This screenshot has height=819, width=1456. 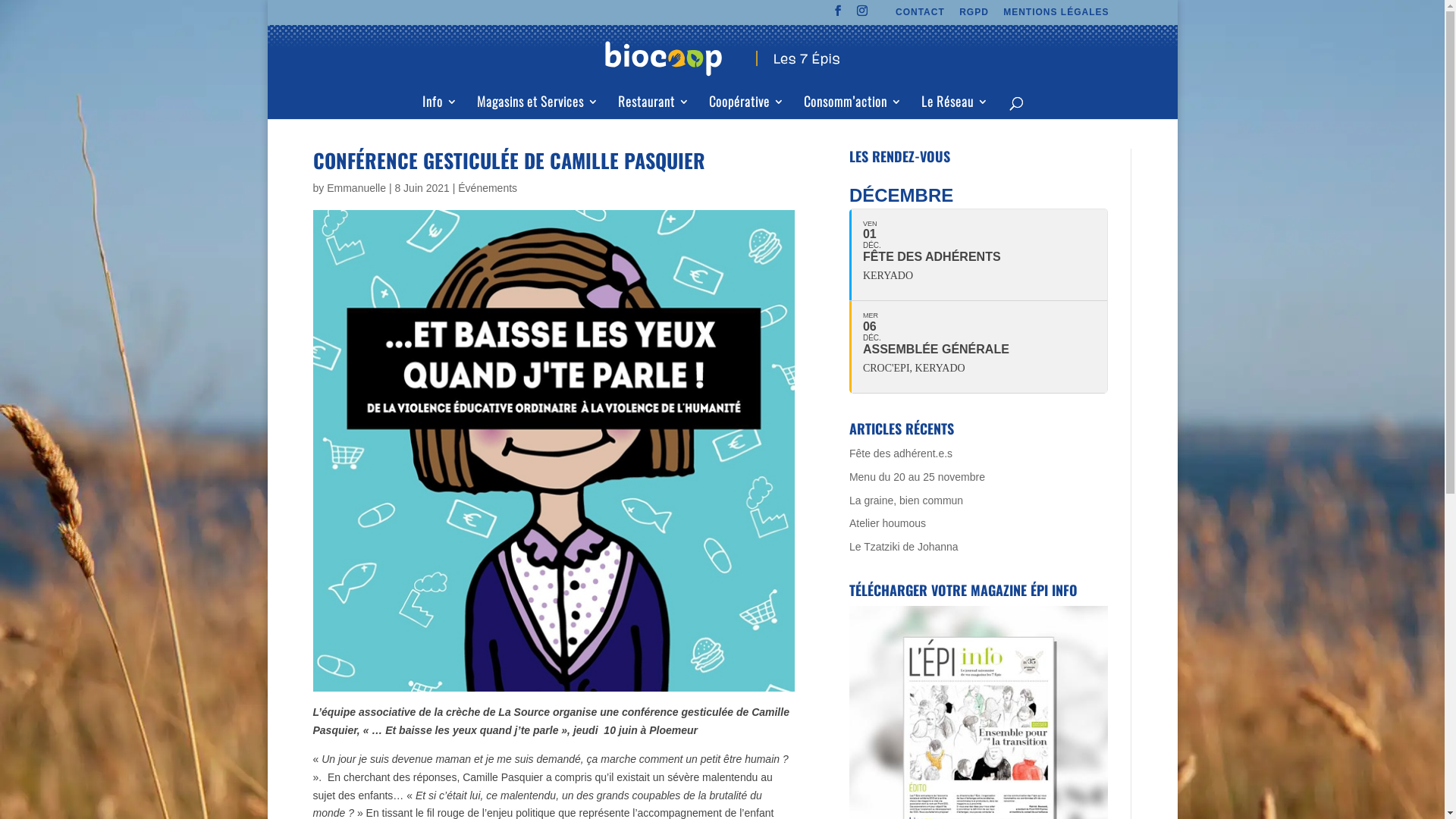 I want to click on 'RGPD', so click(x=974, y=15).